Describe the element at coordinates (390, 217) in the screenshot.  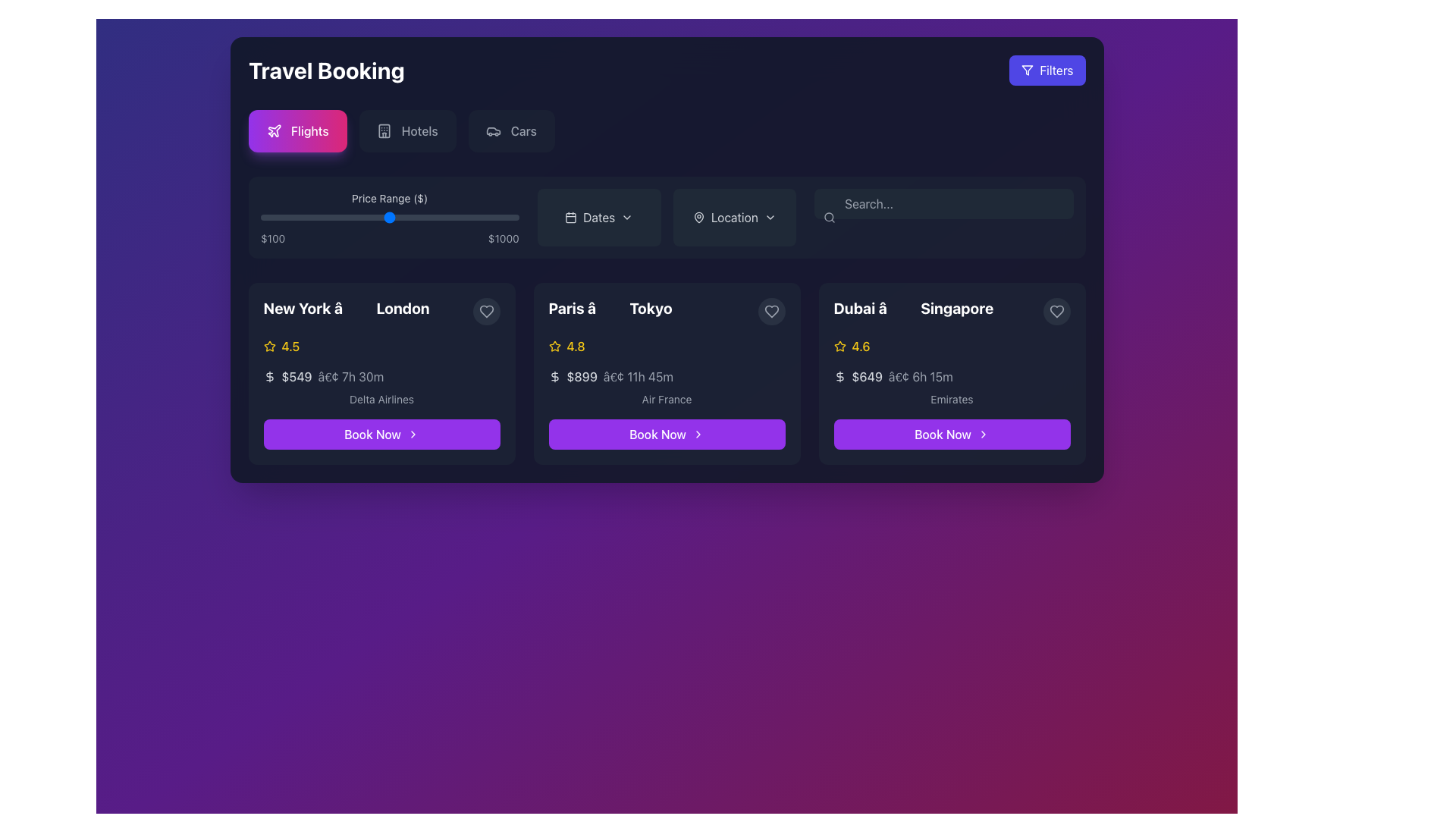
I see `the handle of the range slider component` at that location.